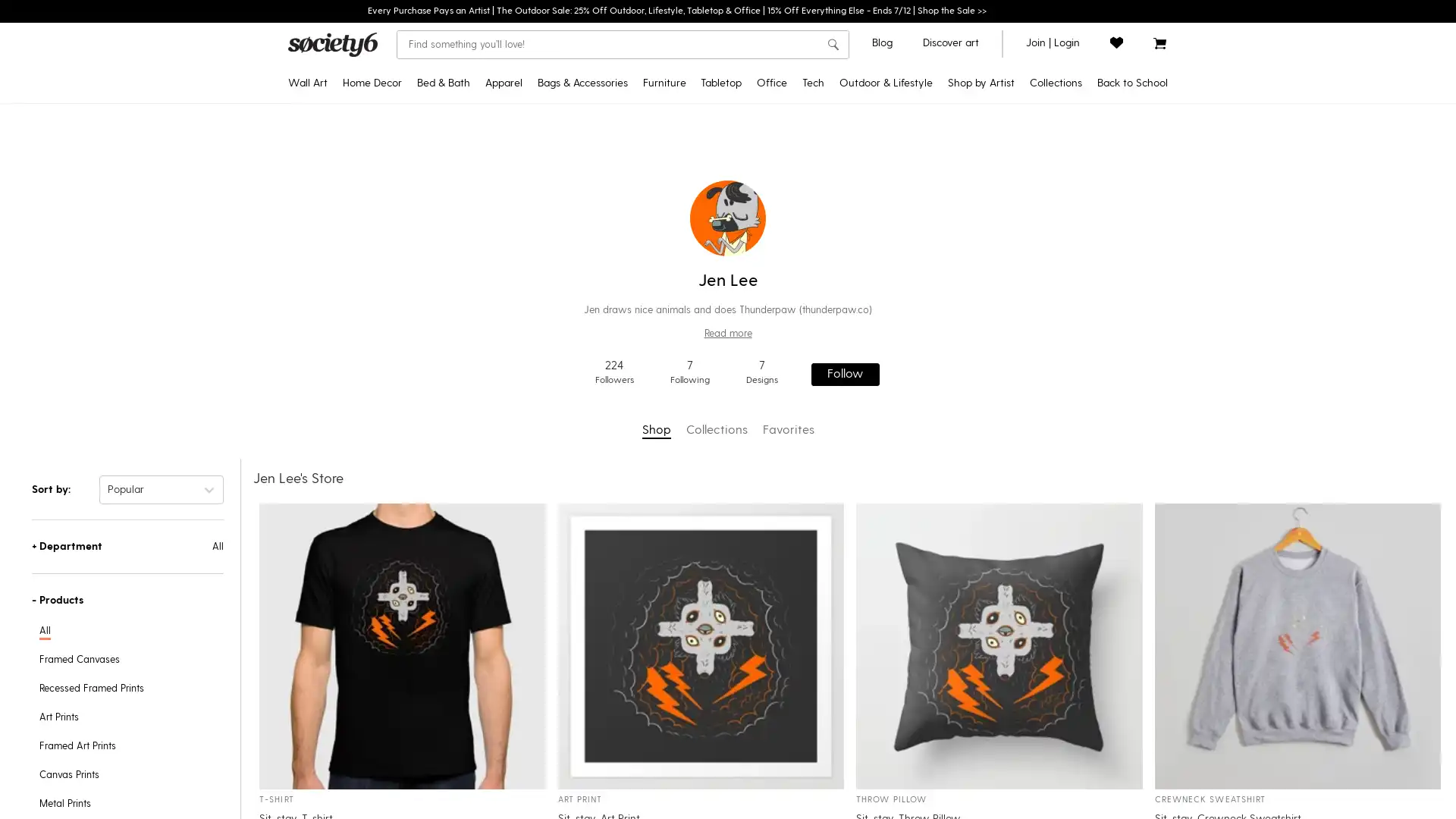  Describe the element at coordinates (400, 268) in the screenshot. I see `Sheer Curtains` at that location.